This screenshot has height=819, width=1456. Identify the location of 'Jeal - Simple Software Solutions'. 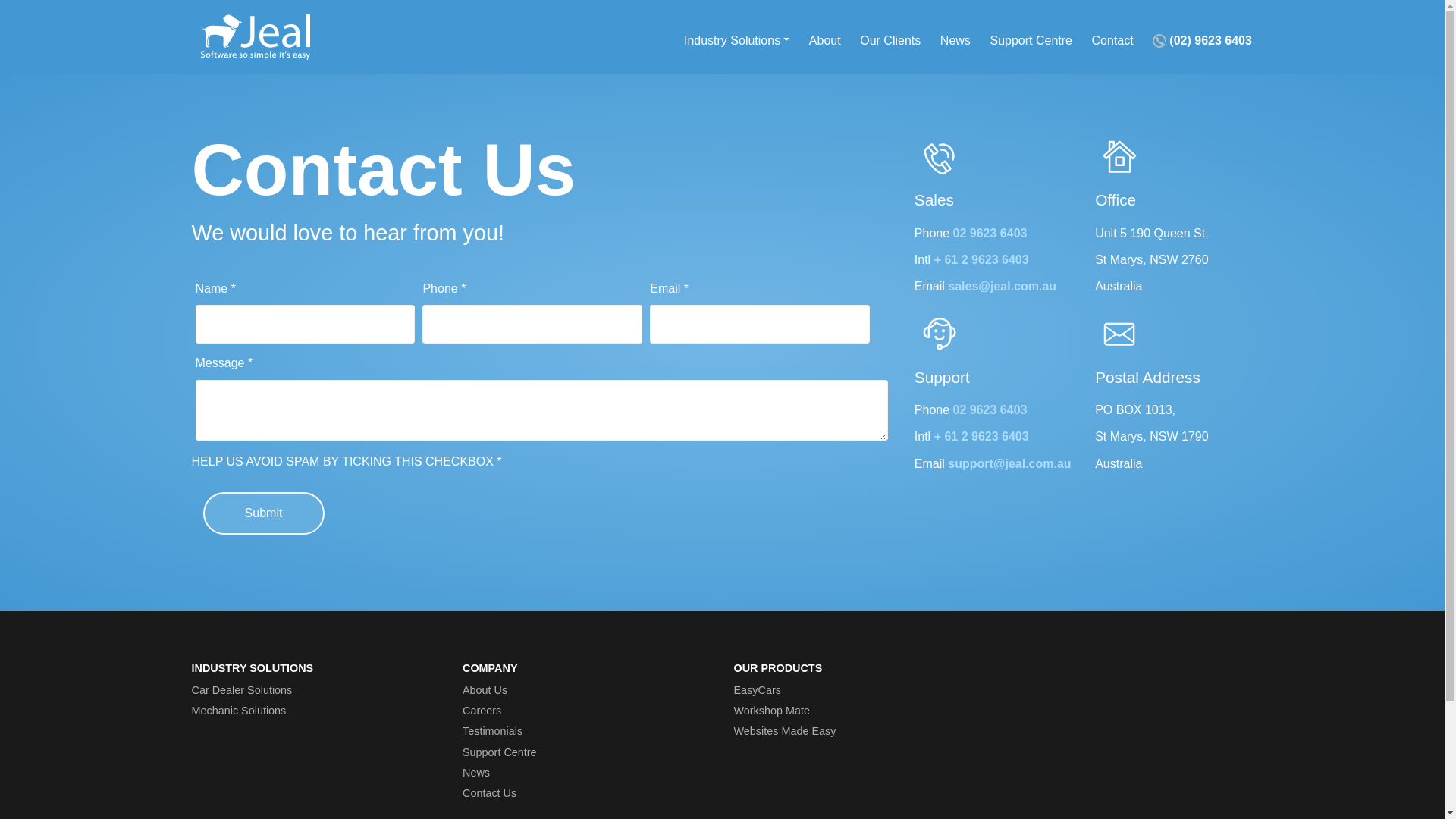
(255, 36).